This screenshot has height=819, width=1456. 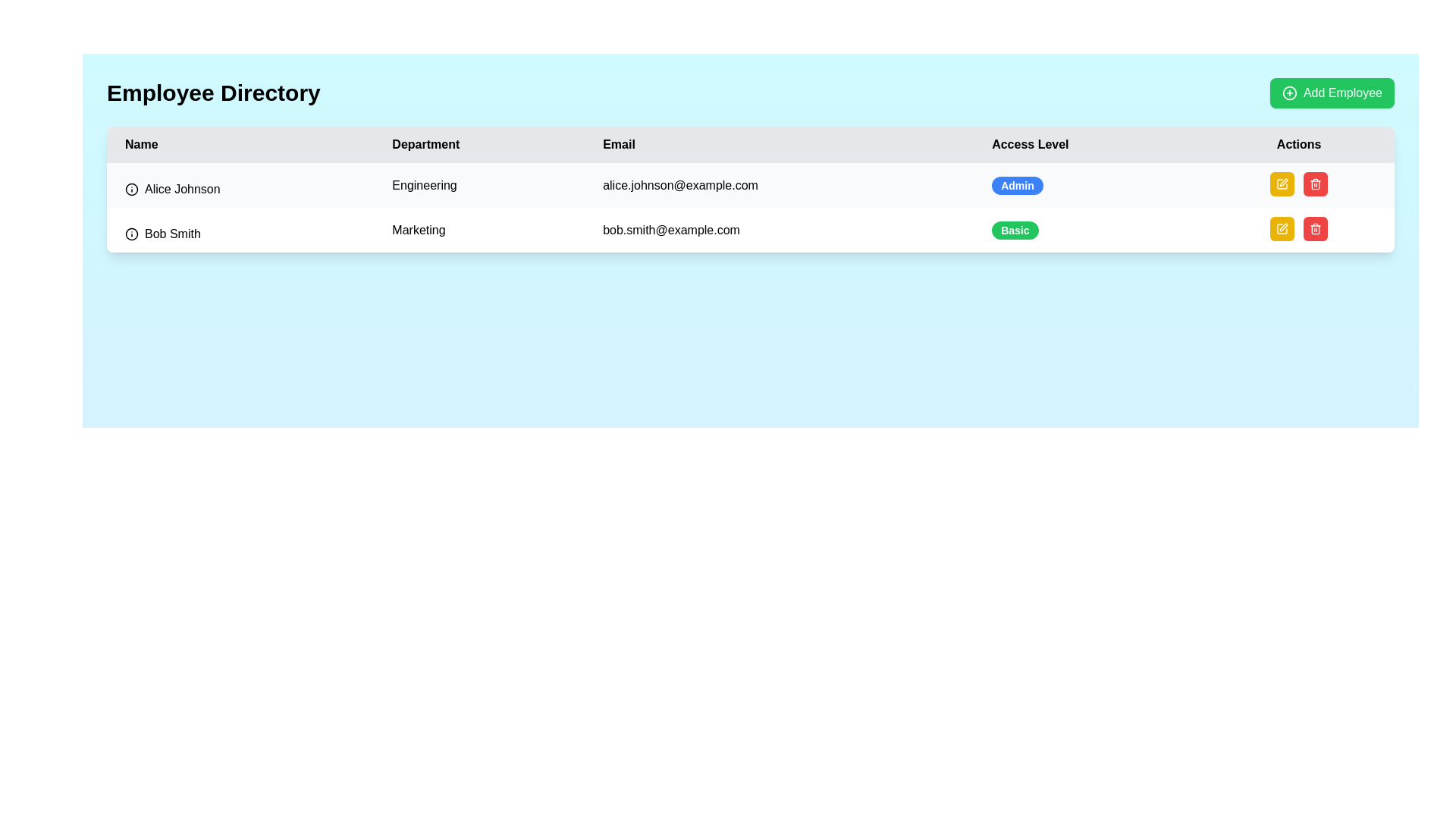 What do you see at coordinates (779, 230) in the screenshot?
I see `the email address displayed in the third cell of the second row of the table, positioned under the 'Email' column, immediately right of the 'Marketing' cell` at bounding box center [779, 230].